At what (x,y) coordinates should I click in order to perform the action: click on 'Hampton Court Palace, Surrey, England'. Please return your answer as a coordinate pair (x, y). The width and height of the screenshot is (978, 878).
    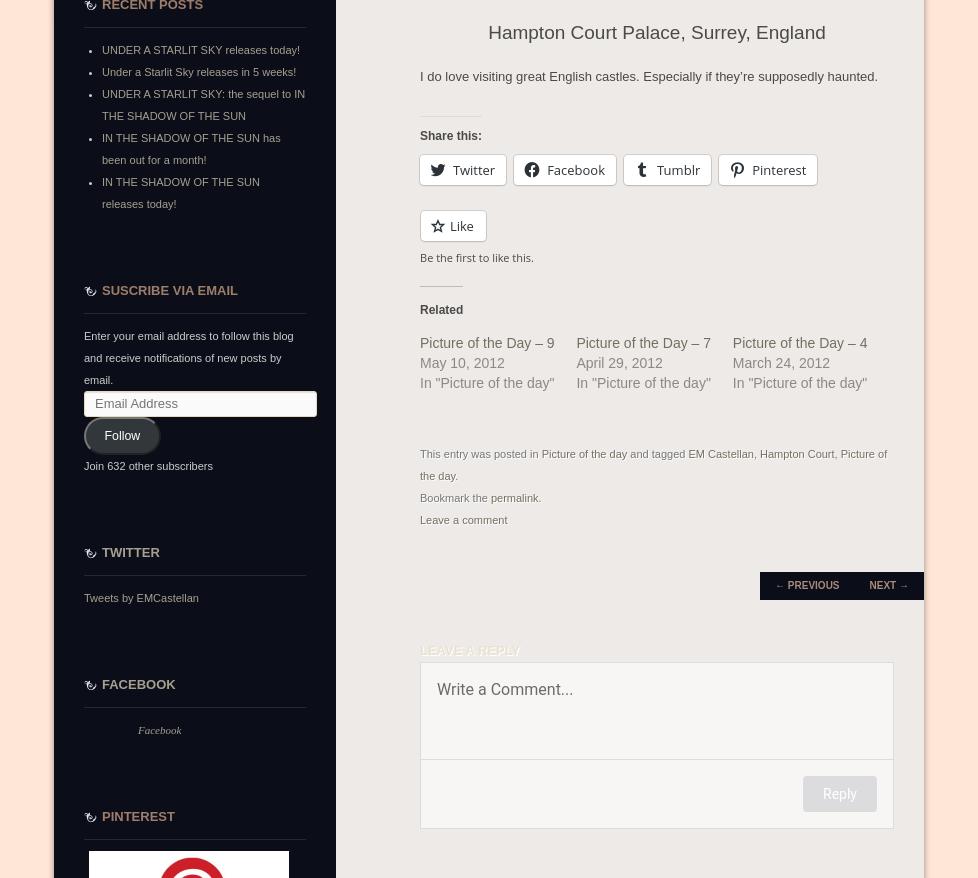
    Looking at the image, I should click on (656, 30).